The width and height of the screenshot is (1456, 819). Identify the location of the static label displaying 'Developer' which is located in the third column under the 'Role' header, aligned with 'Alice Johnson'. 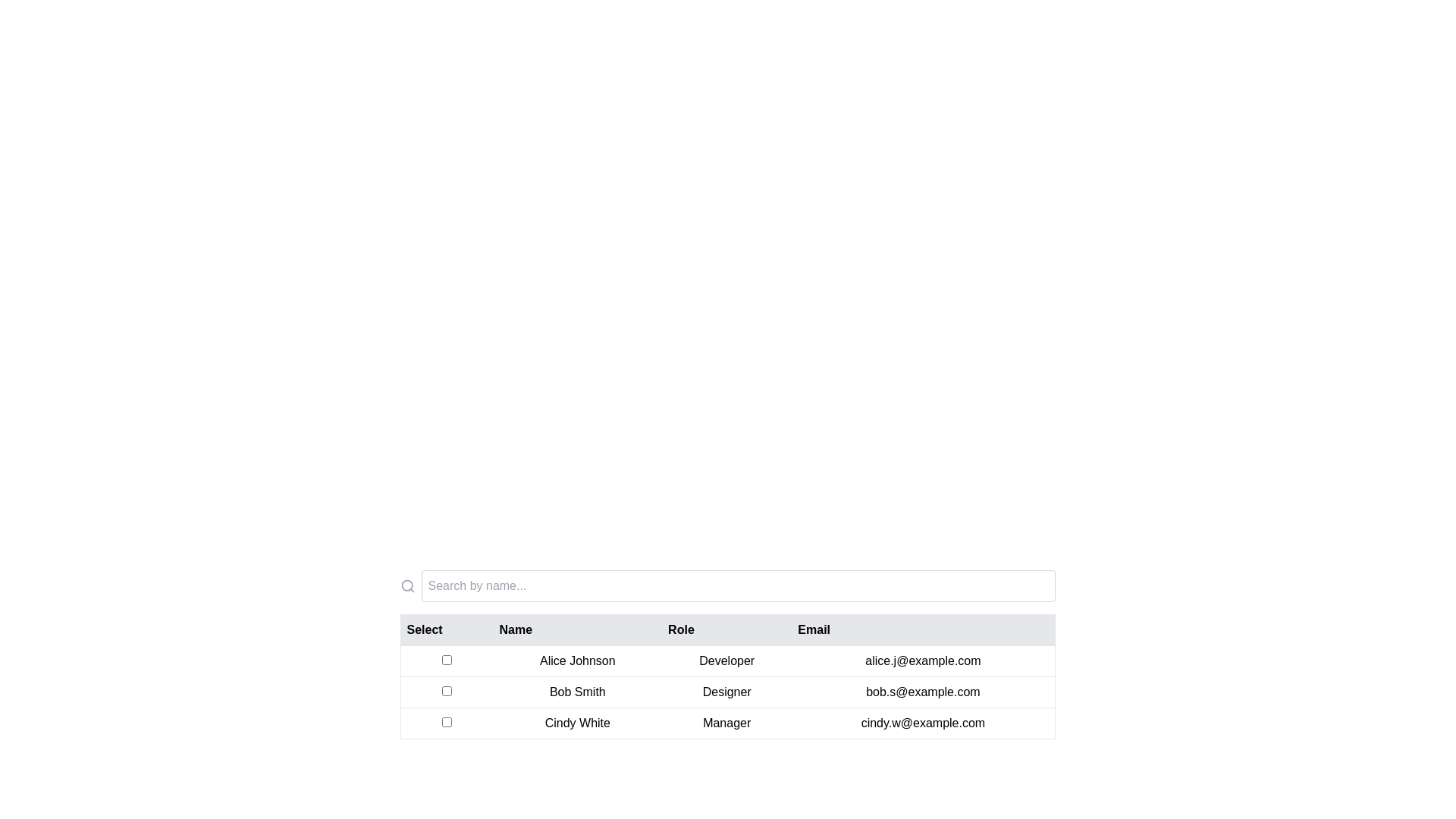
(726, 660).